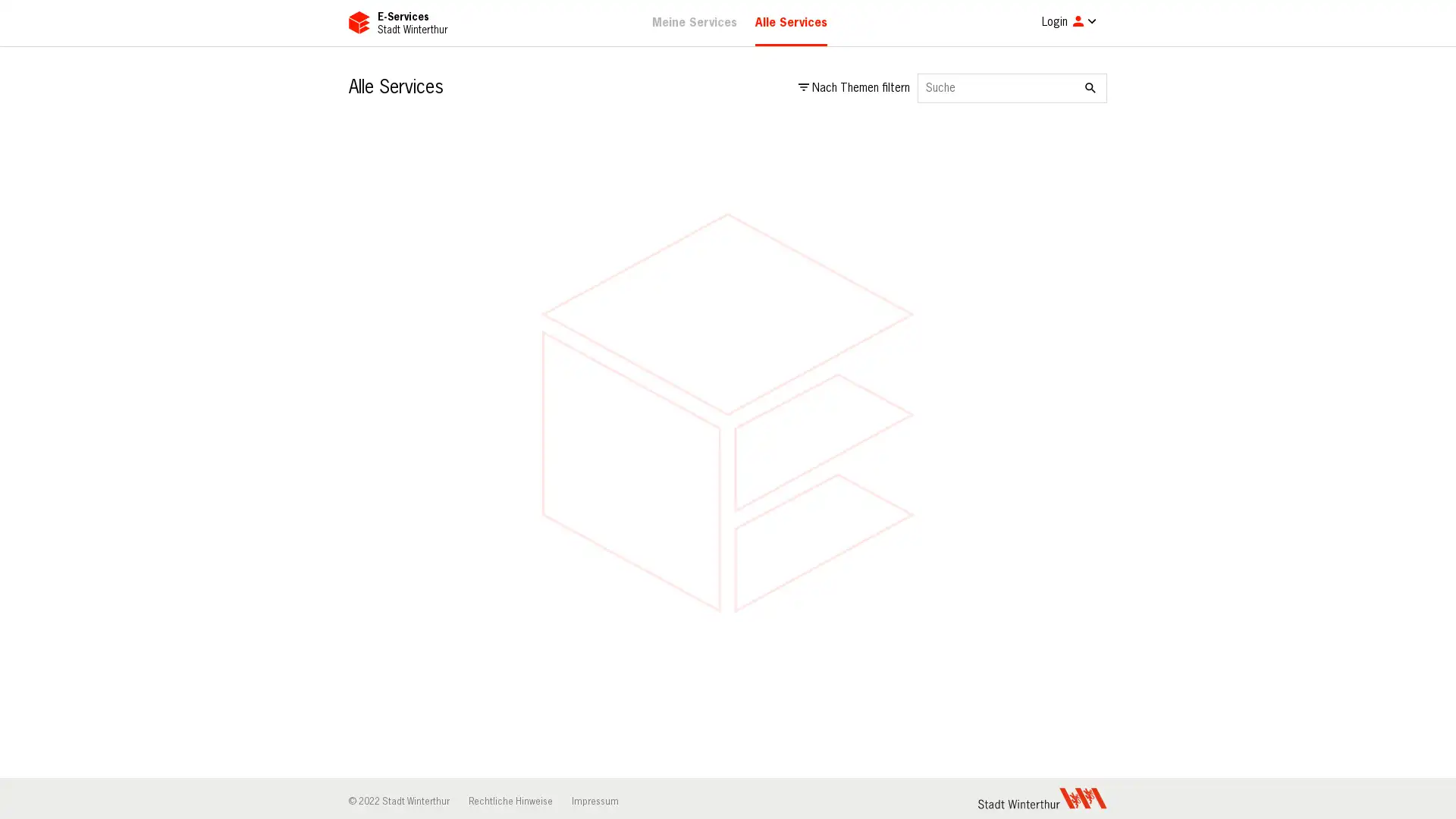  What do you see at coordinates (826, 154) in the screenshot?
I see `Service Adressanderung zu Meine Services hinzufugen` at bounding box center [826, 154].